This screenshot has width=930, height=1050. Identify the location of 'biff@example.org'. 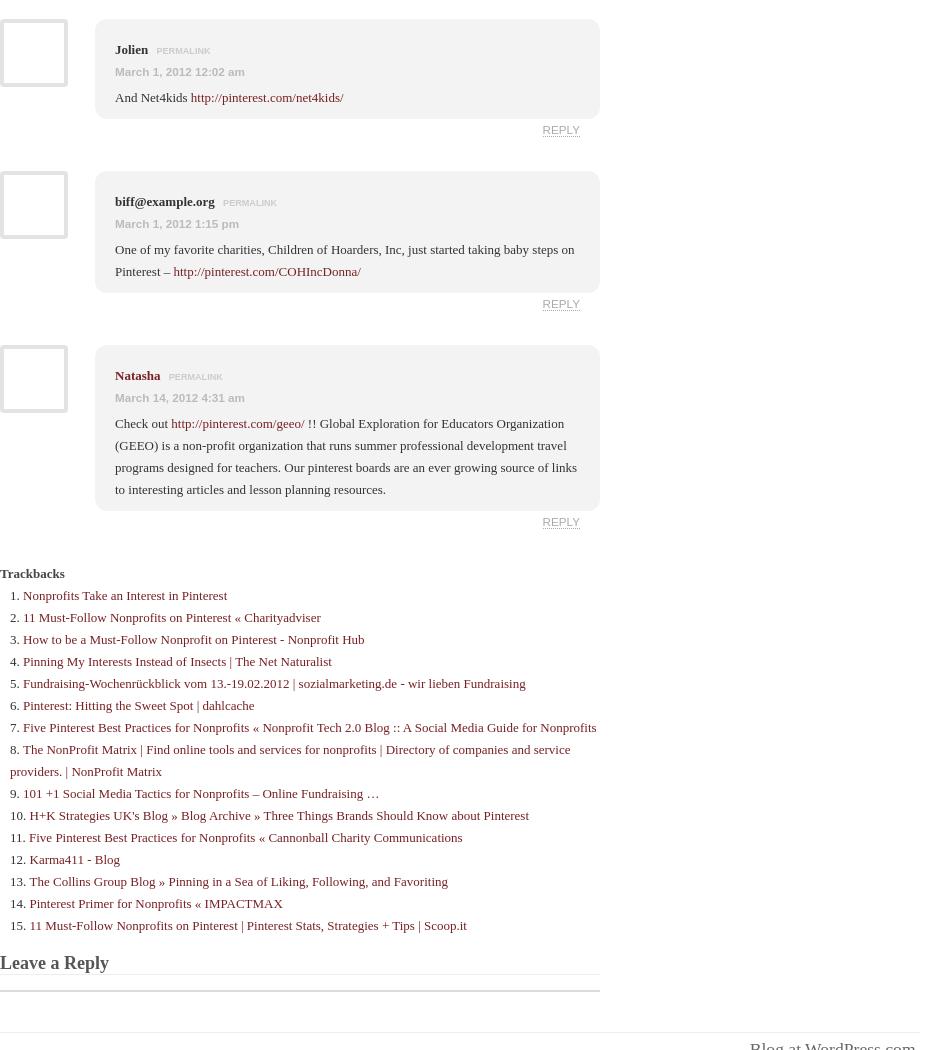
(165, 199).